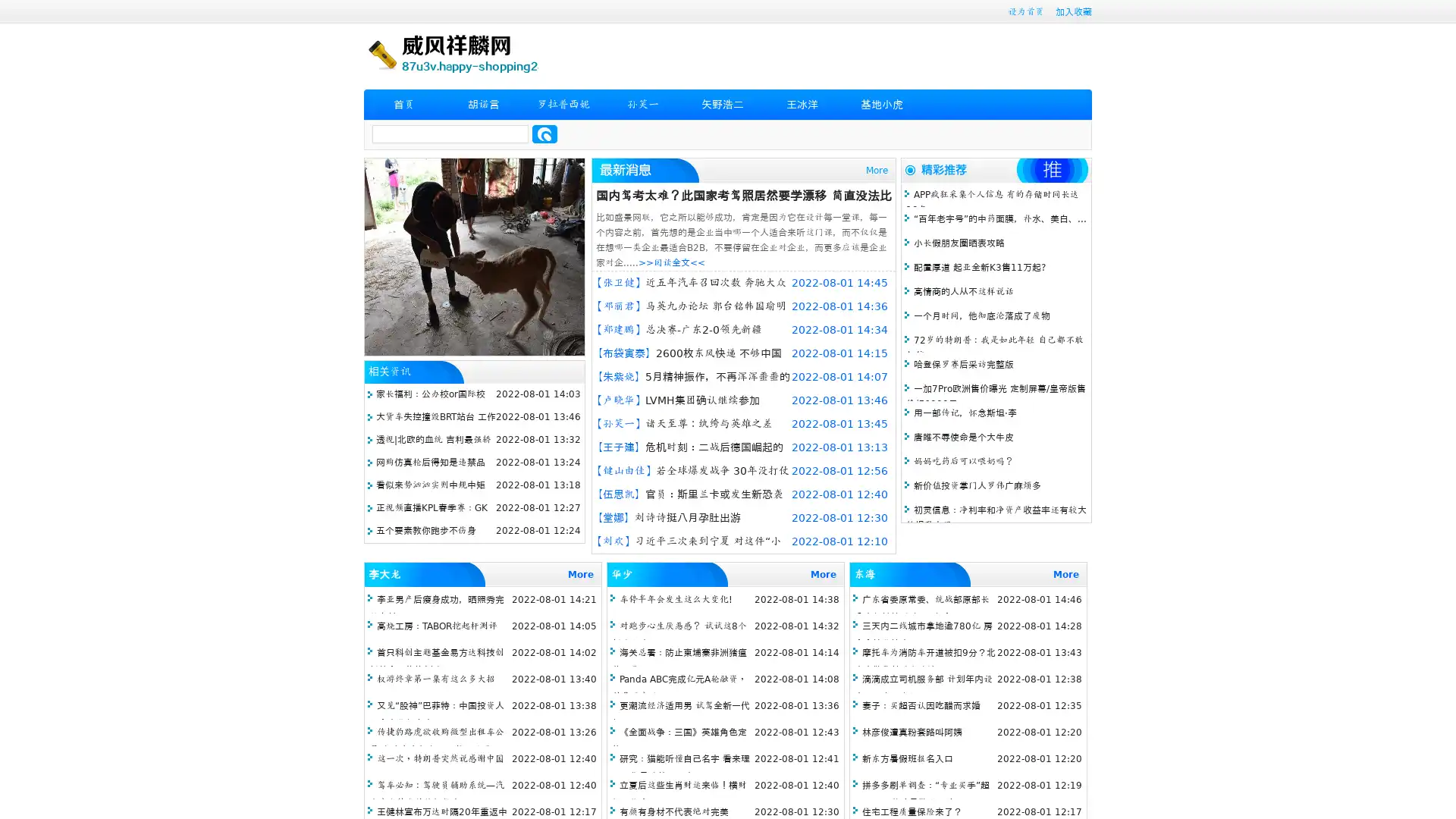 This screenshot has width=1456, height=819. I want to click on Search, so click(544, 133).